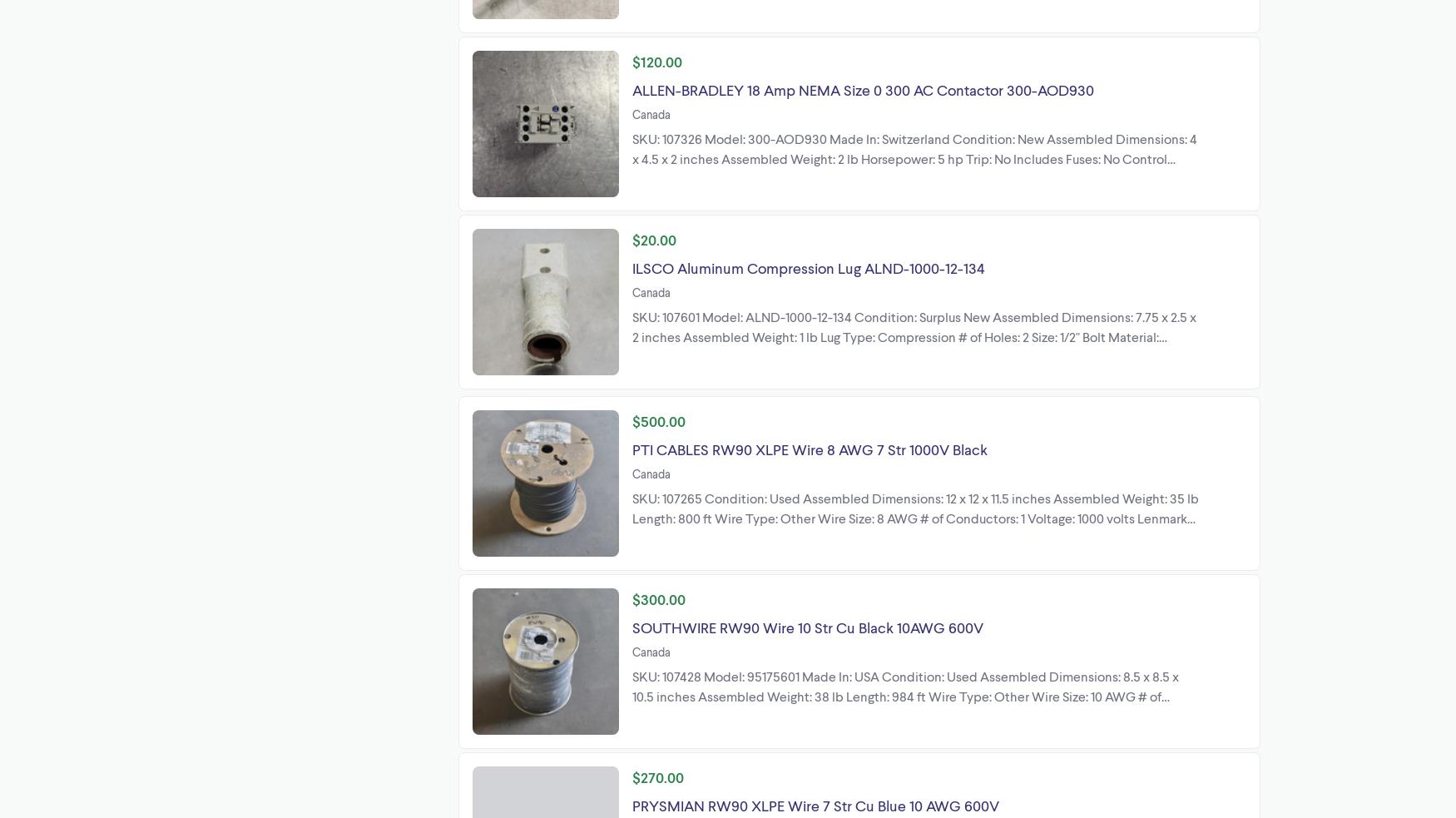  I want to click on 'SKU: 107601 Model: ALND-1000-12-134 Condition: Surplus New Assembled Dimensions: 7.75 x 2.5 x 2 inches Assembled Weight: 1 lb Lug Type: Compression # of Holes: 2 Size: 1/2" Bolt Material: Aluminum Hole Spacing: 1-3/4" Conductor Range: 1000 kcmil Lenmark Industries Ltd 27576 51a Ave Langley, British Columbia Canada', so click(914, 345).